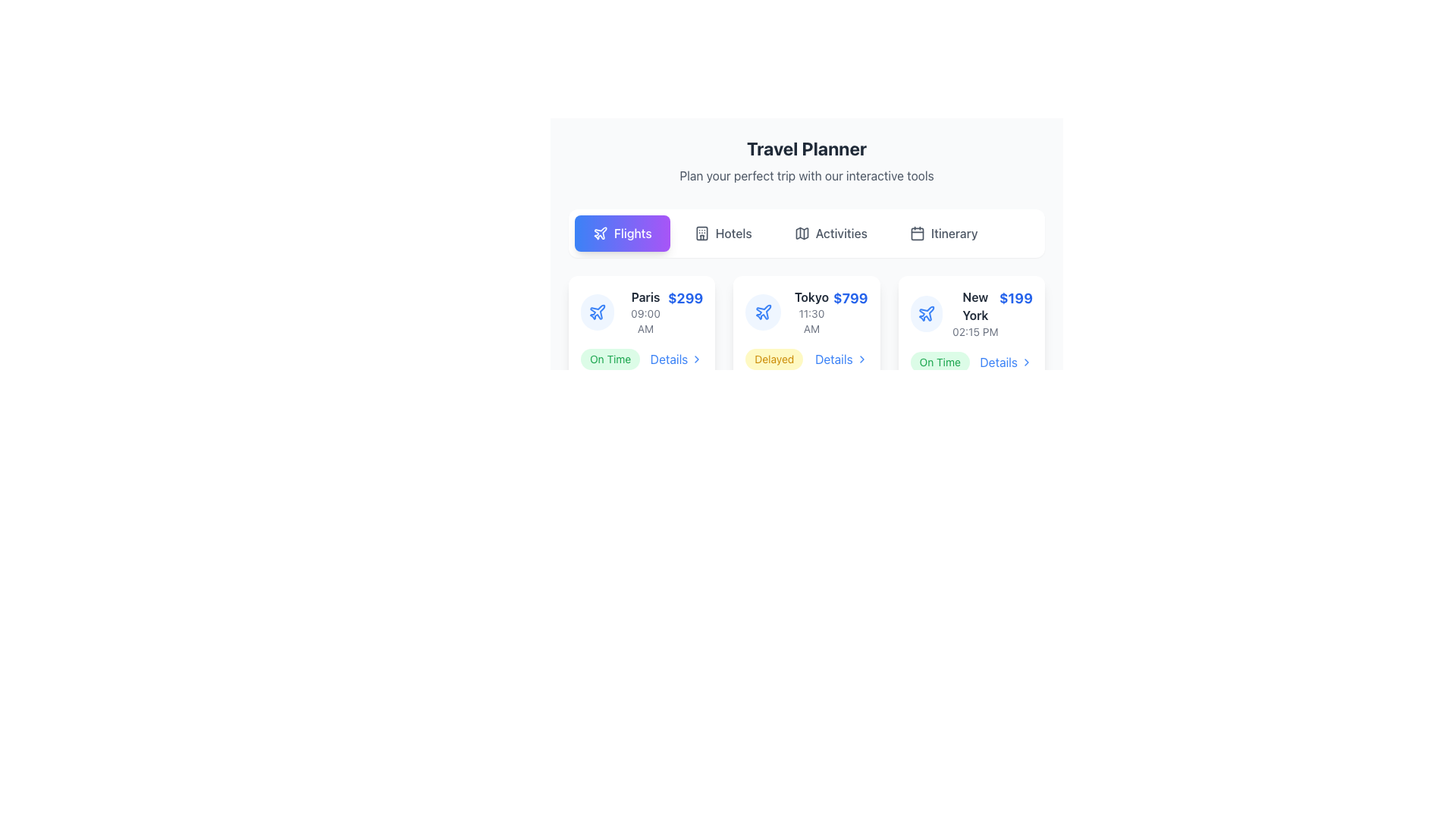 Image resolution: width=1456 pixels, height=819 pixels. What do you see at coordinates (861, 359) in the screenshot?
I see `the Chevron icon located immediately to the right of the 'Details' text in the second travel card indicating 'Tokyo $799 11:30 AM'` at bounding box center [861, 359].